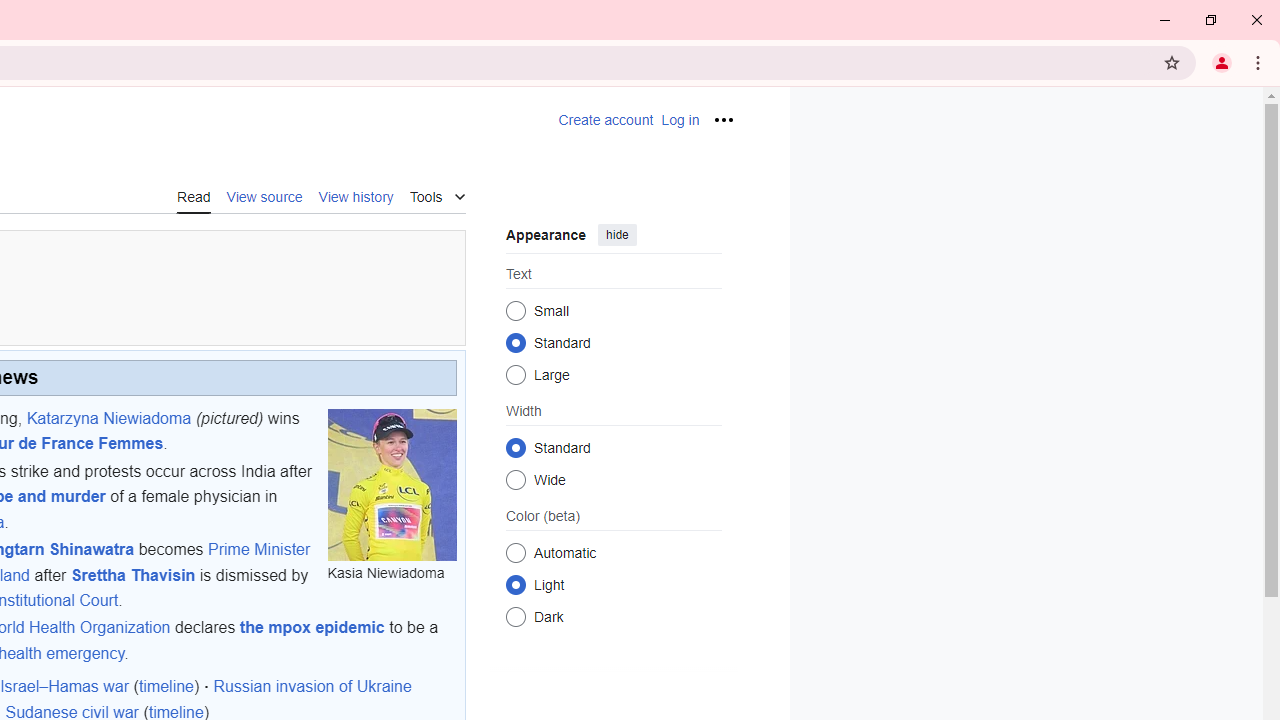  I want to click on 'Tools', so click(436, 194).